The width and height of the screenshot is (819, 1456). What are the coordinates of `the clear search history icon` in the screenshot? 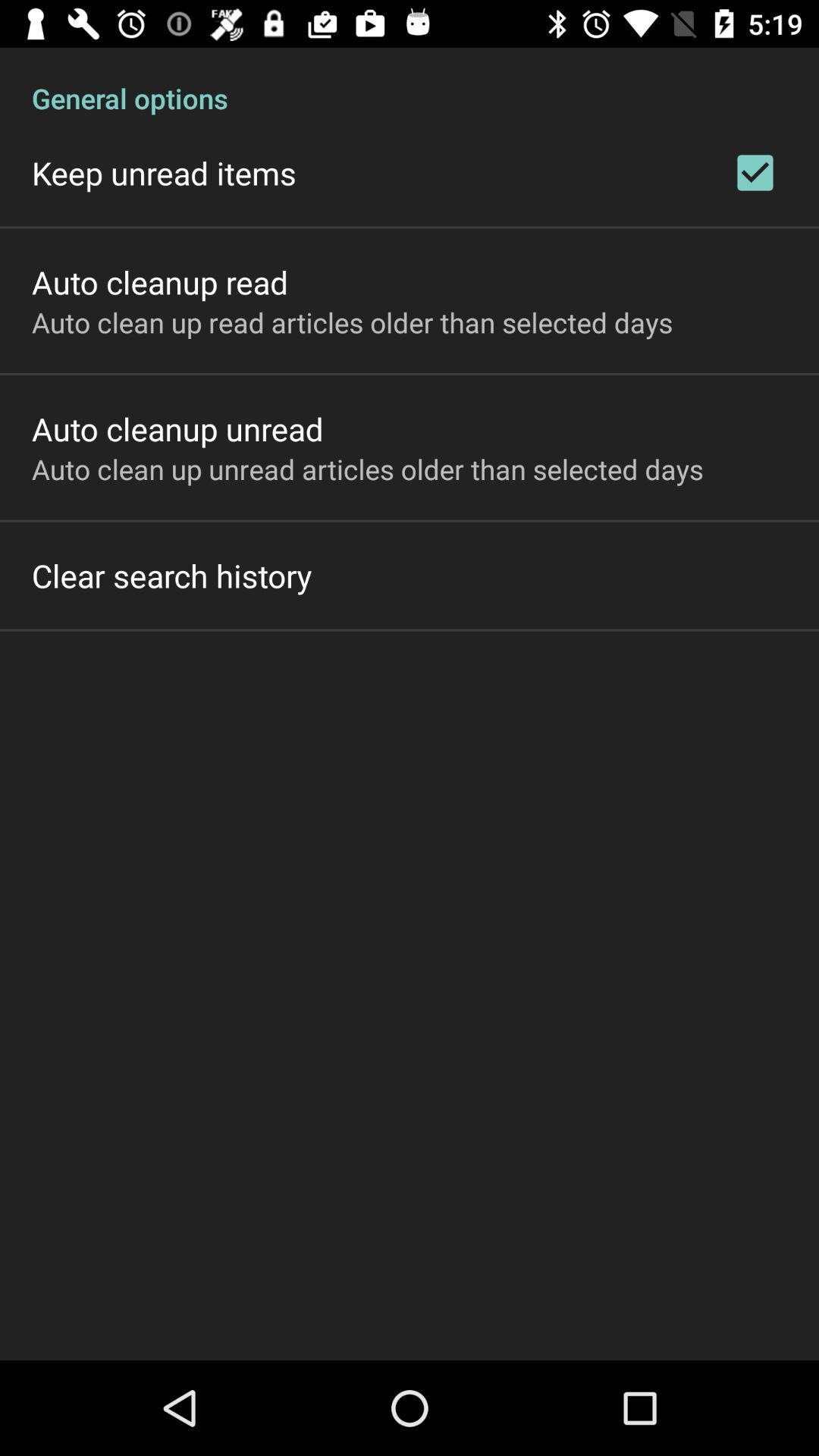 It's located at (171, 574).